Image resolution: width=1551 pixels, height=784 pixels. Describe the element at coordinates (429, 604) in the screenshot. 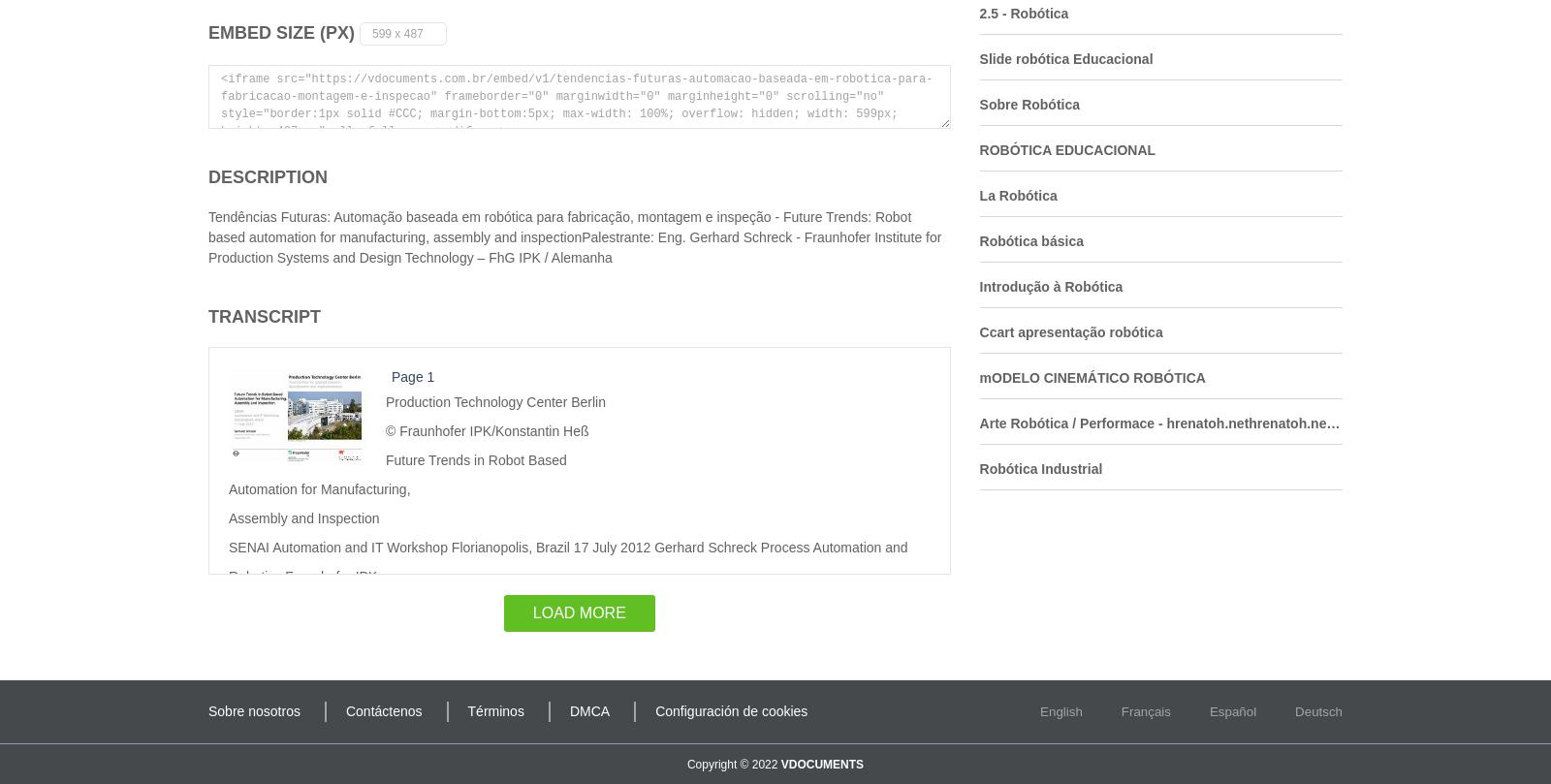

I see `'Your partner for applied research, development and implementation'` at that location.